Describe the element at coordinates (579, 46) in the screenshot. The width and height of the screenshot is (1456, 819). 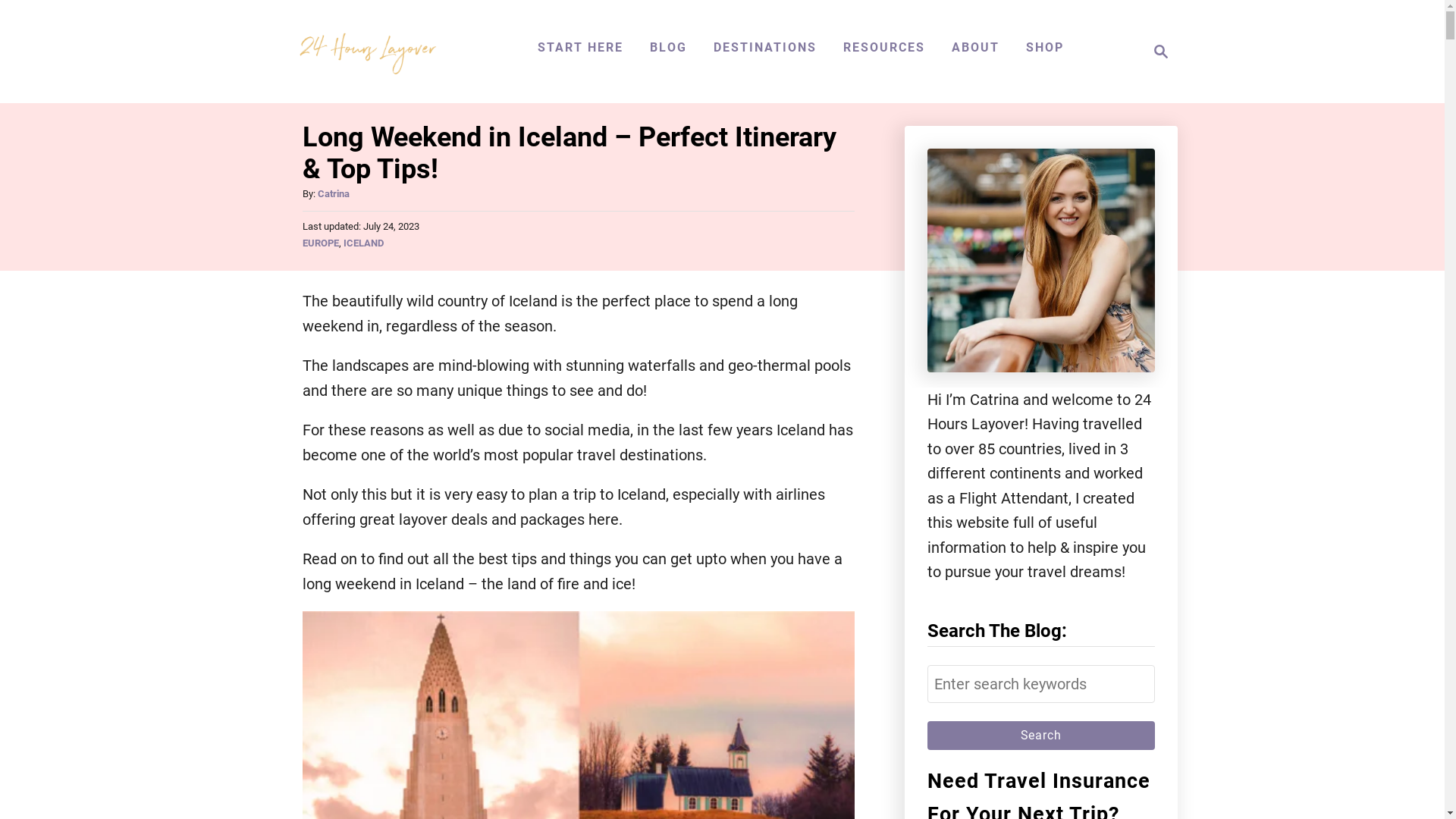
I see `'START HERE'` at that location.